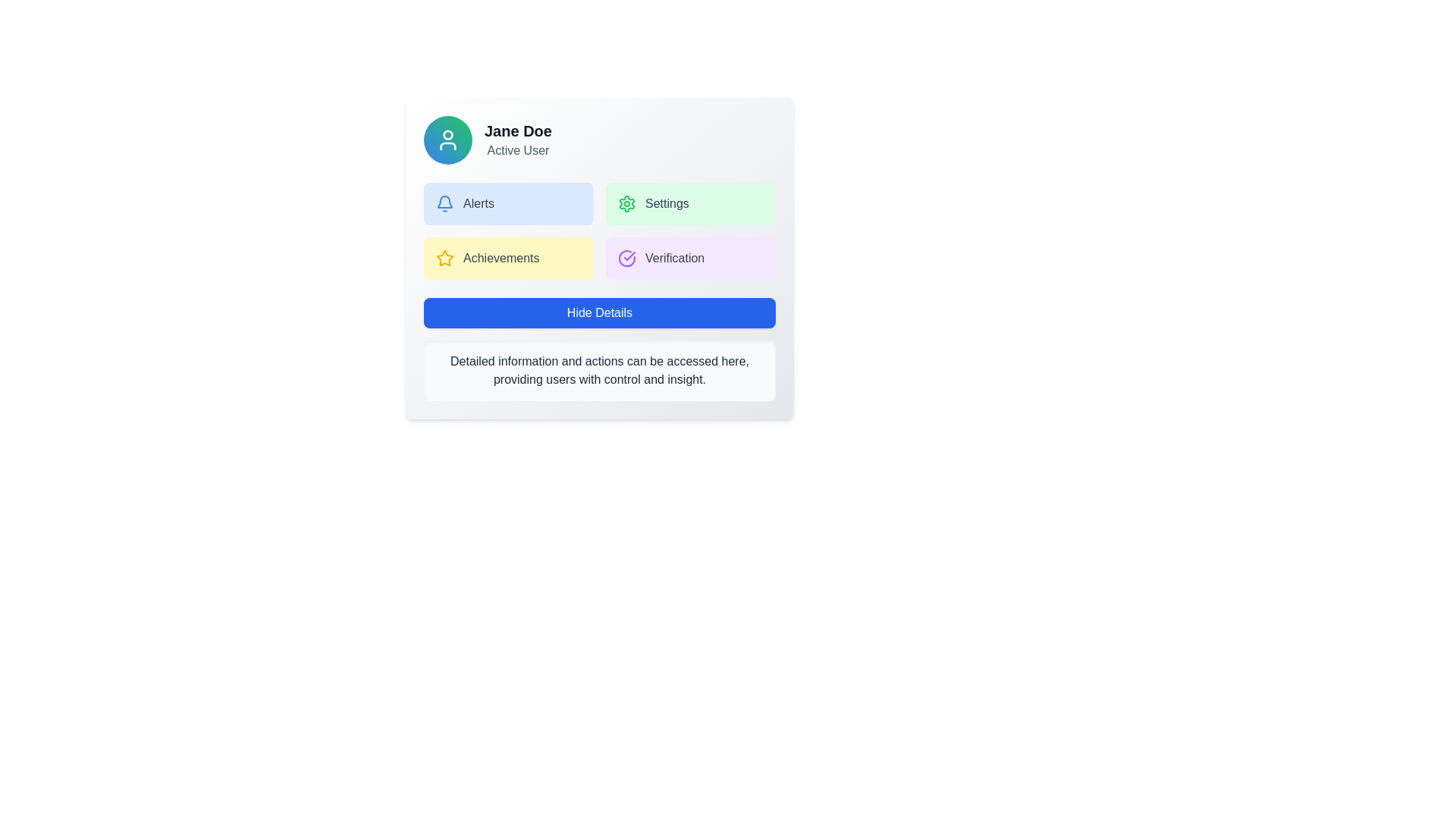 The height and width of the screenshot is (819, 1456). What do you see at coordinates (626, 203) in the screenshot?
I see `the settings icon located in the top-right corner of the settings section, which is part of the second row of options in the main card` at bounding box center [626, 203].